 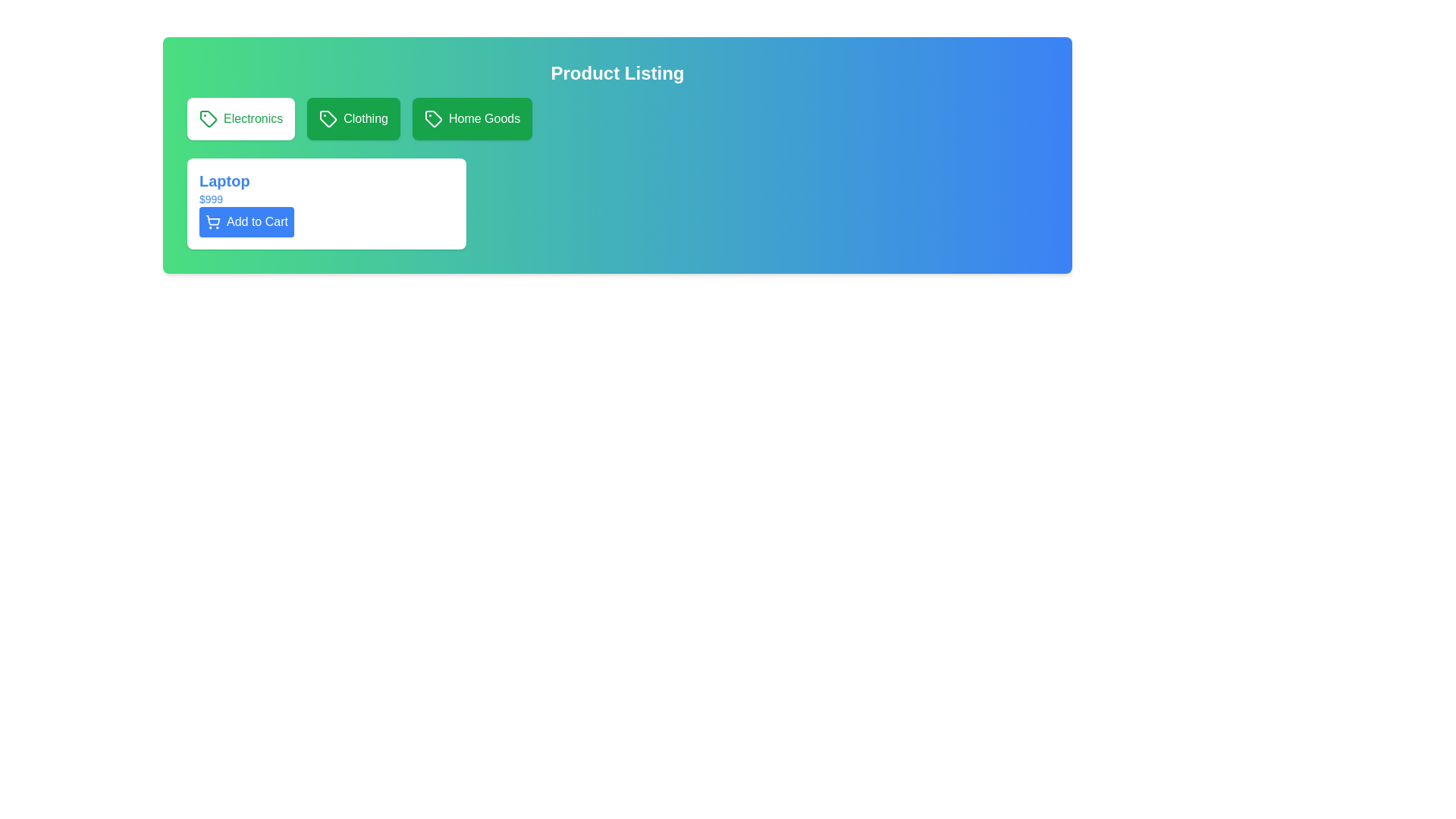 I want to click on the tag icon part of the green 'Clothing' button, which is the second button in a row of three buttons near the top-left corner of the interface, so click(x=328, y=118).